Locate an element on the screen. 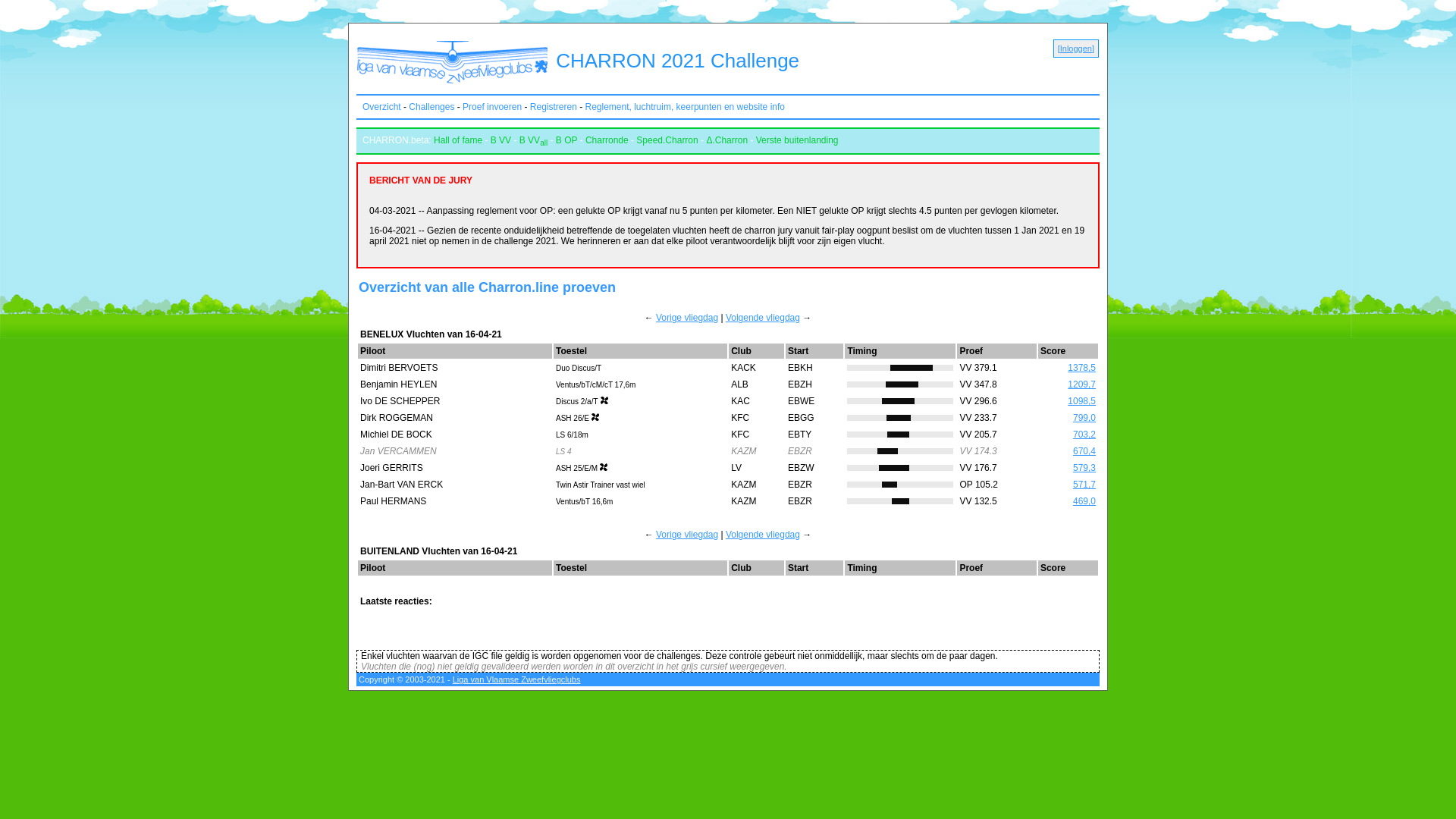 The height and width of the screenshot is (819, 1456). '799,0' is located at coordinates (1072, 418).